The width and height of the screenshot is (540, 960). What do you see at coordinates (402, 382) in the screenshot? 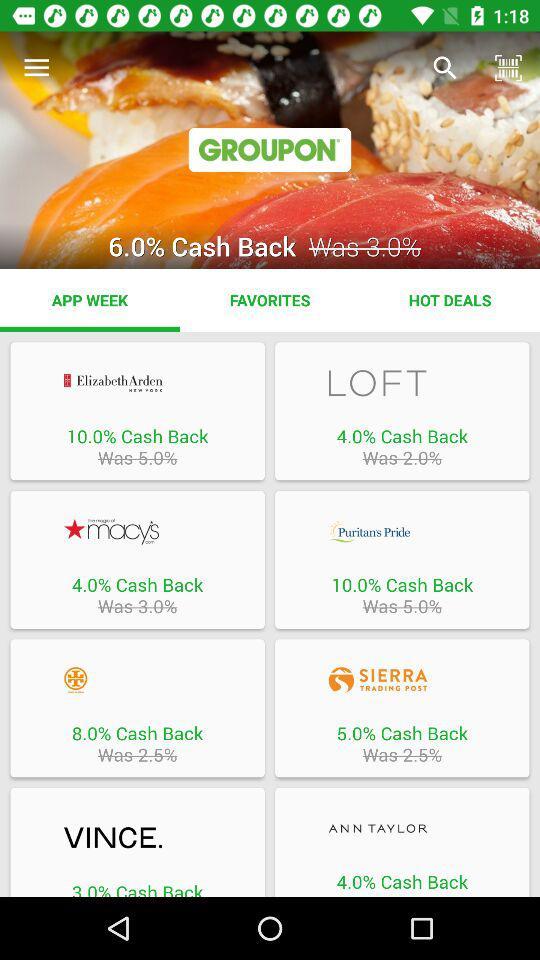
I see `loft offer` at bounding box center [402, 382].